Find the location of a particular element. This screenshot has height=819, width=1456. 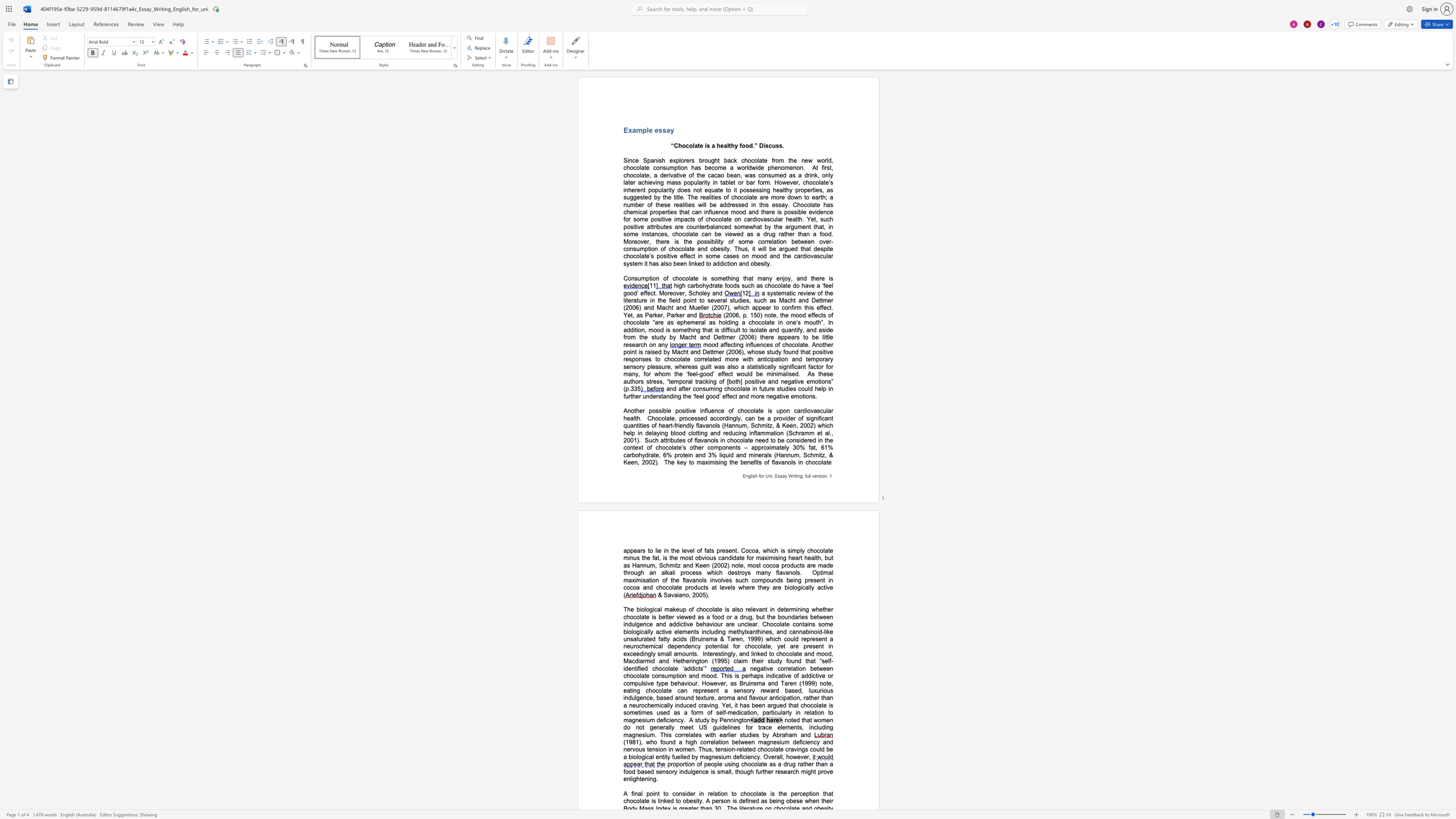

the space between the continuous character "o" and "i" in the text is located at coordinates (652, 793).